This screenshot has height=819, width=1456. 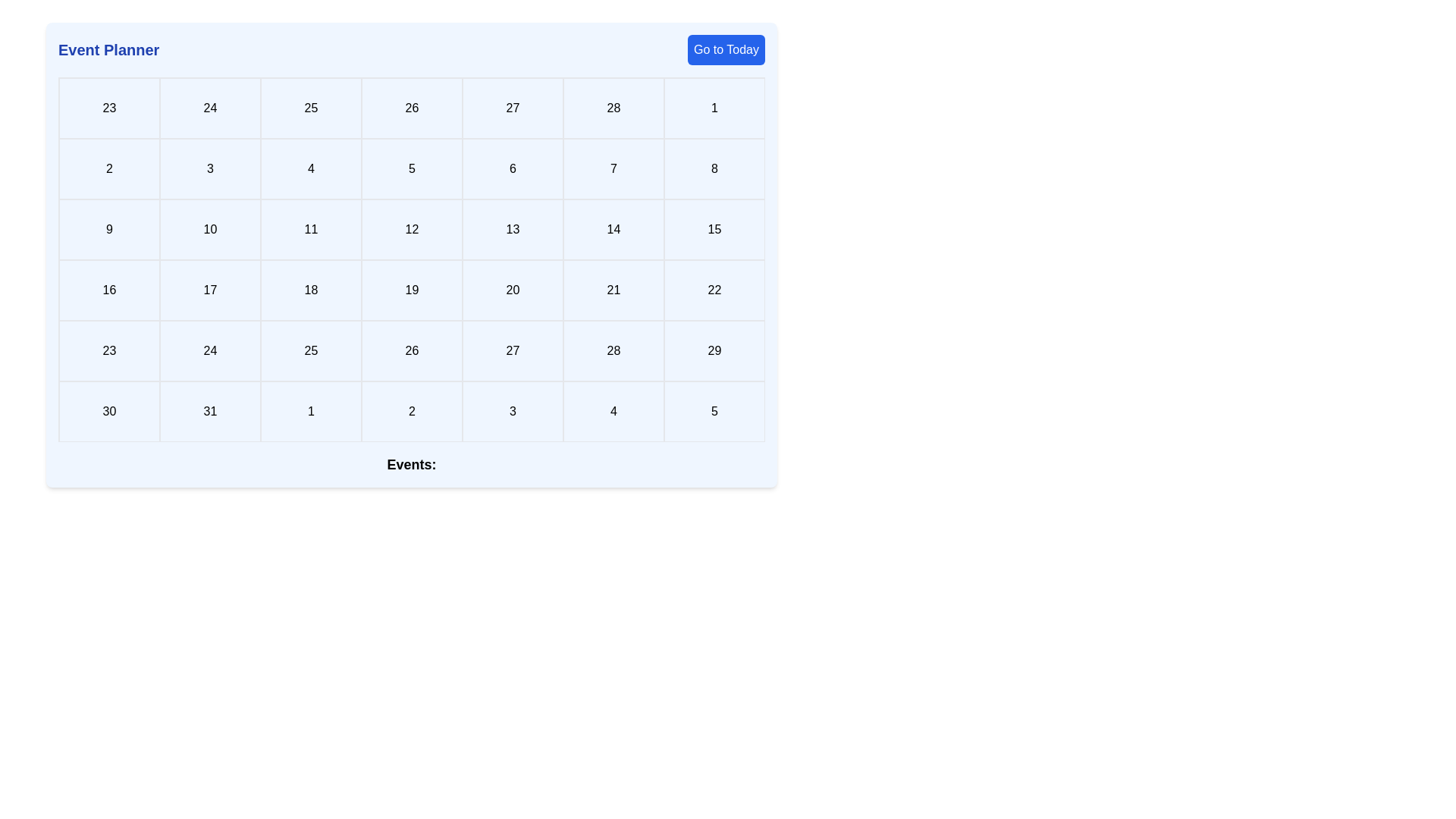 I want to click on the static grid cell located in the second row and fourth column of the 7-column grid layout, which is surrounded by cells labeled '3' and '5', so click(x=310, y=169).